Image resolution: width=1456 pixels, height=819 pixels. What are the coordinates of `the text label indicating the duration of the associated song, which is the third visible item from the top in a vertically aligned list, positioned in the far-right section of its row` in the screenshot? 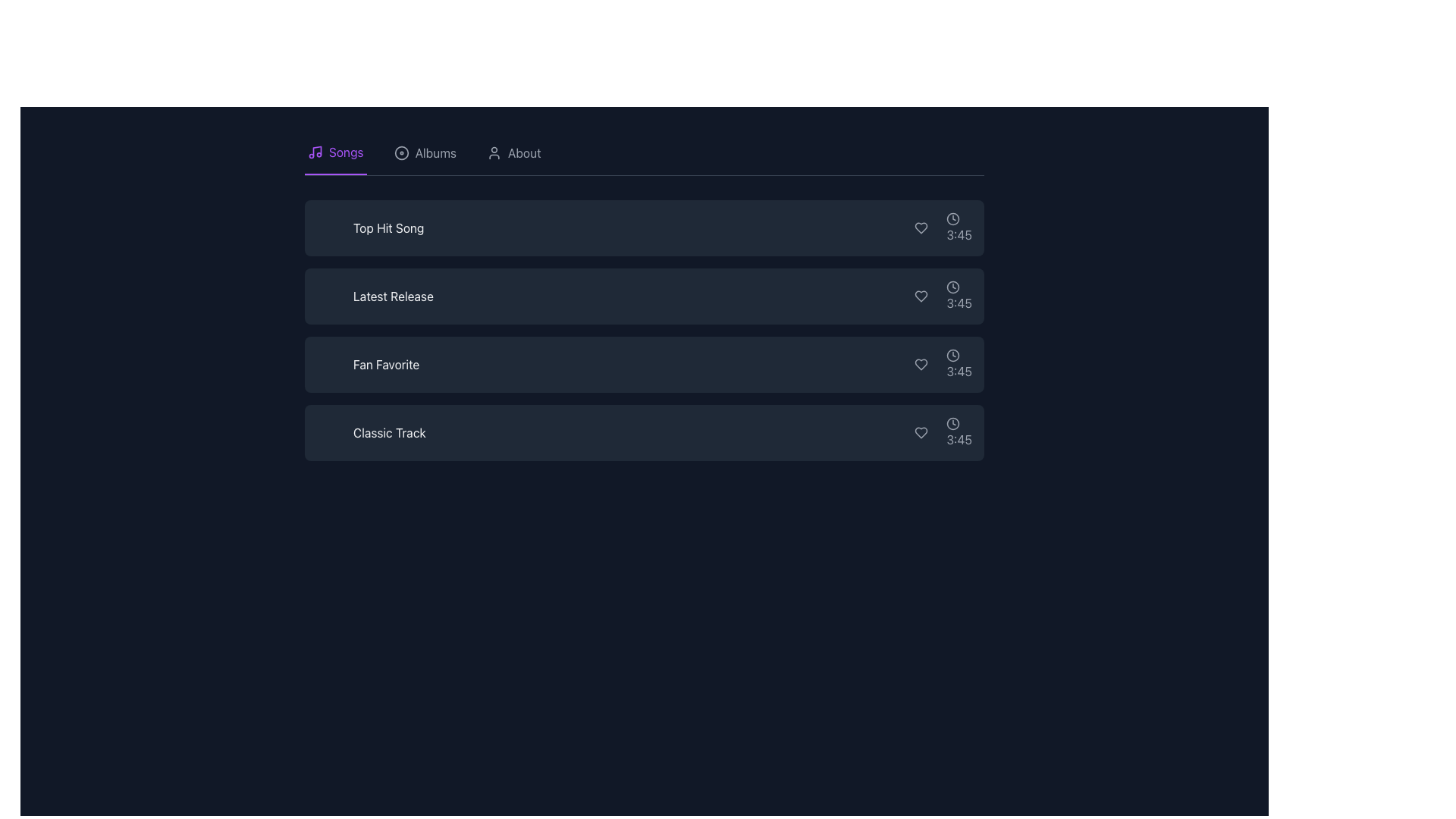 It's located at (959, 296).